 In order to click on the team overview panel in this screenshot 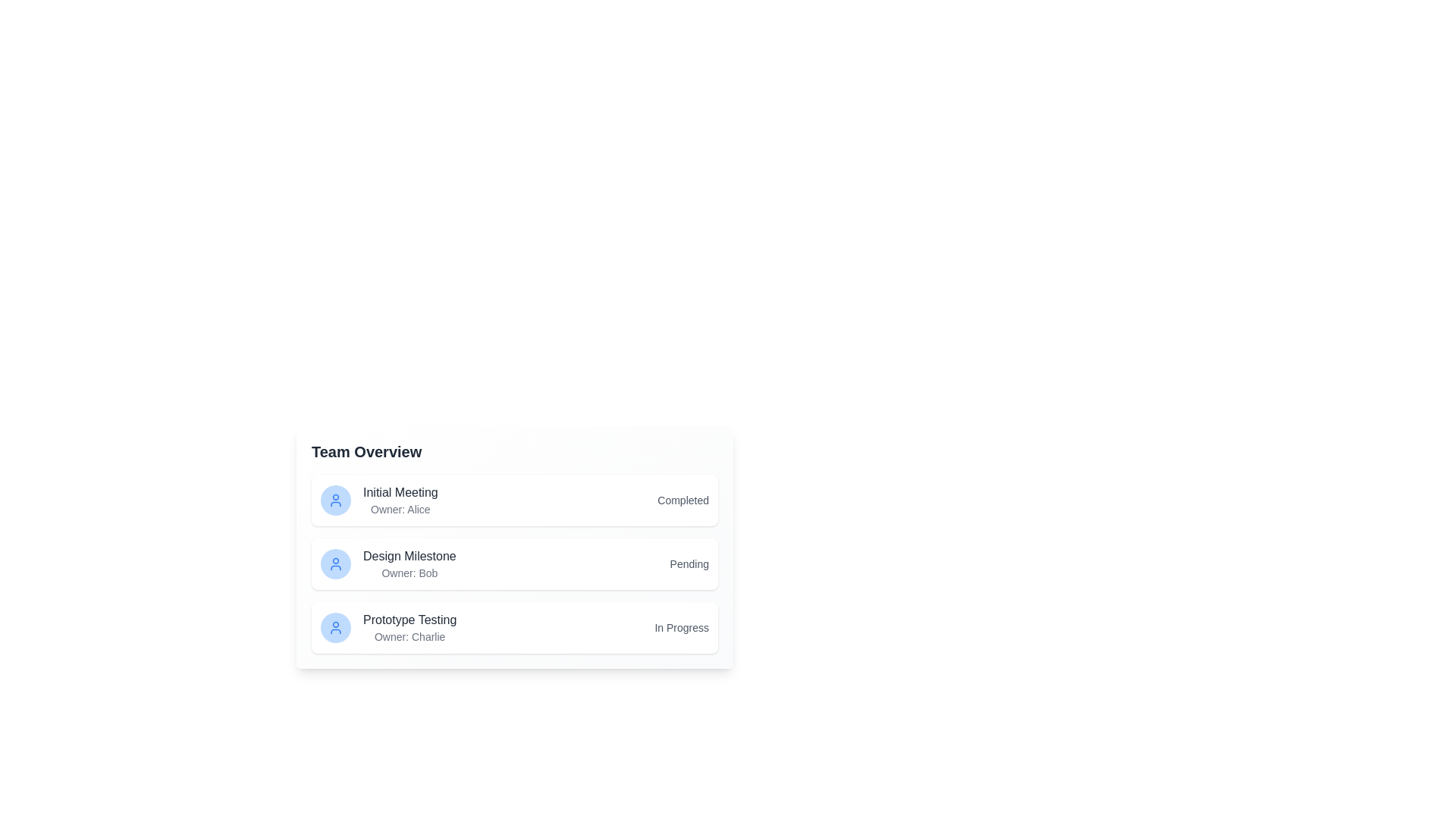, I will do `click(514, 547)`.